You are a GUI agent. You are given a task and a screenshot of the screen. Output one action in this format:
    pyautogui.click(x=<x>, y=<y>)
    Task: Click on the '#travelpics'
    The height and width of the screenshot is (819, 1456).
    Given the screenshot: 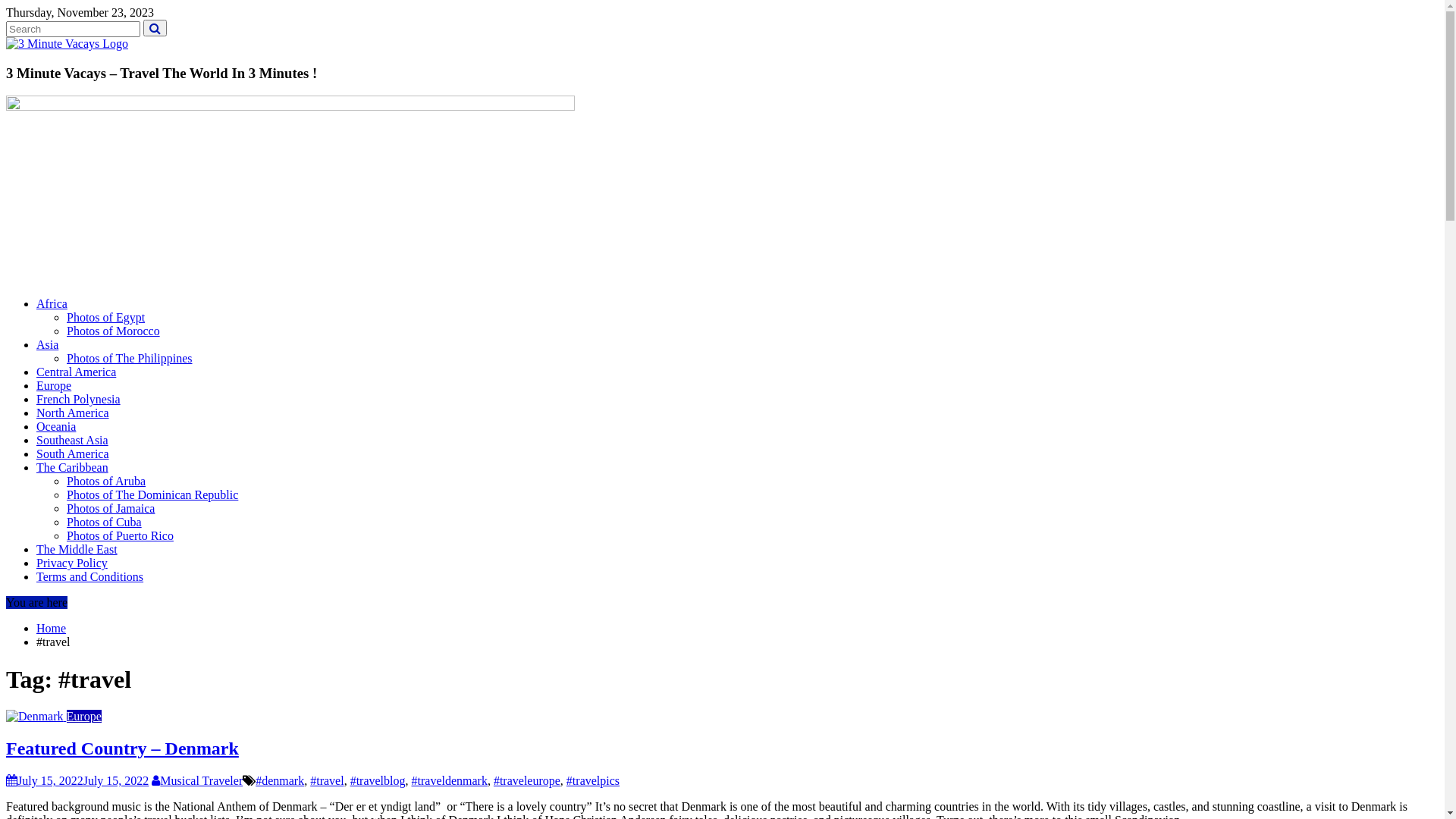 What is the action you would take?
    pyautogui.click(x=592, y=780)
    